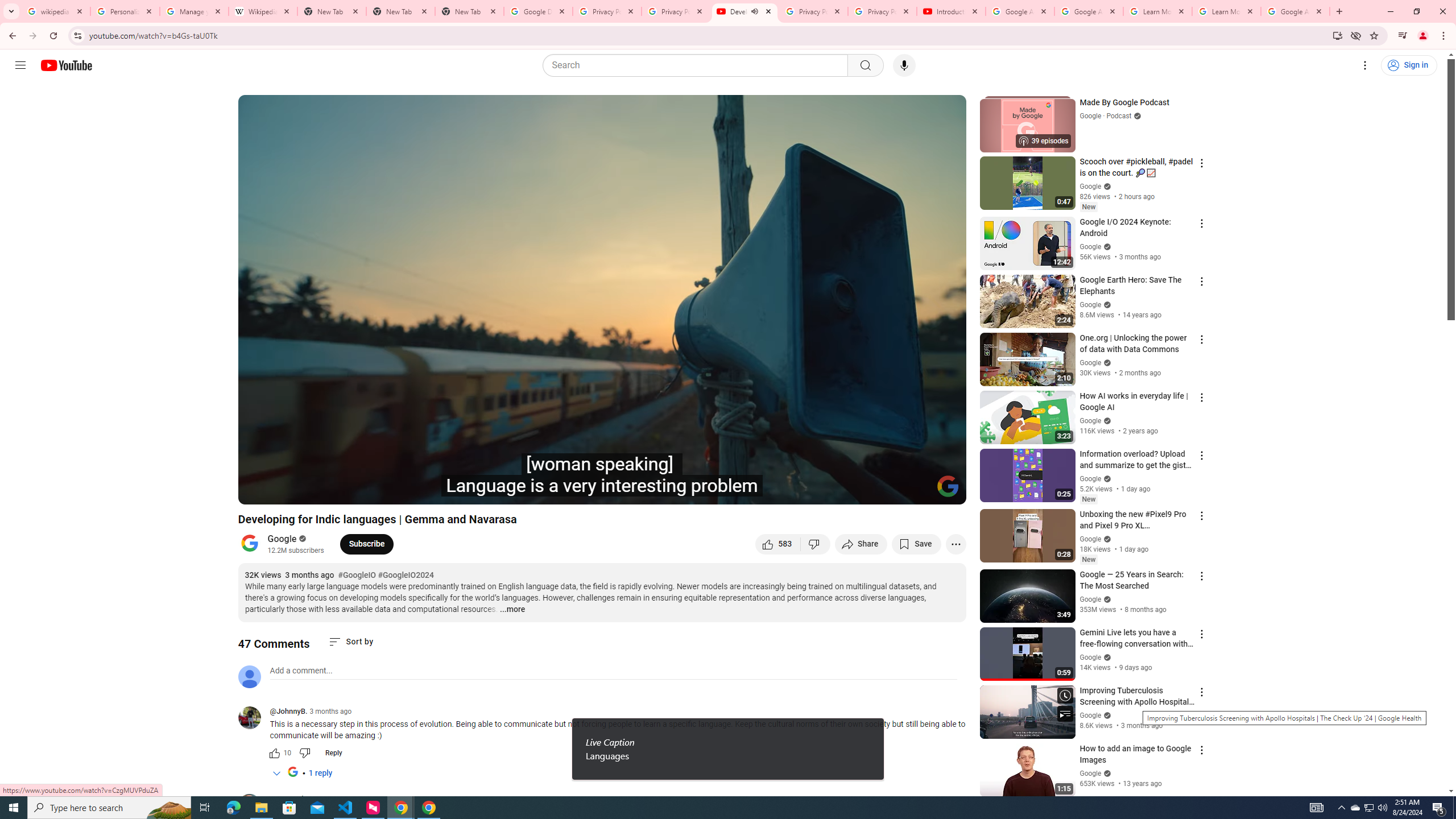 This screenshot has width=1456, height=819. I want to click on '@JohnnyB.', so click(287, 712).